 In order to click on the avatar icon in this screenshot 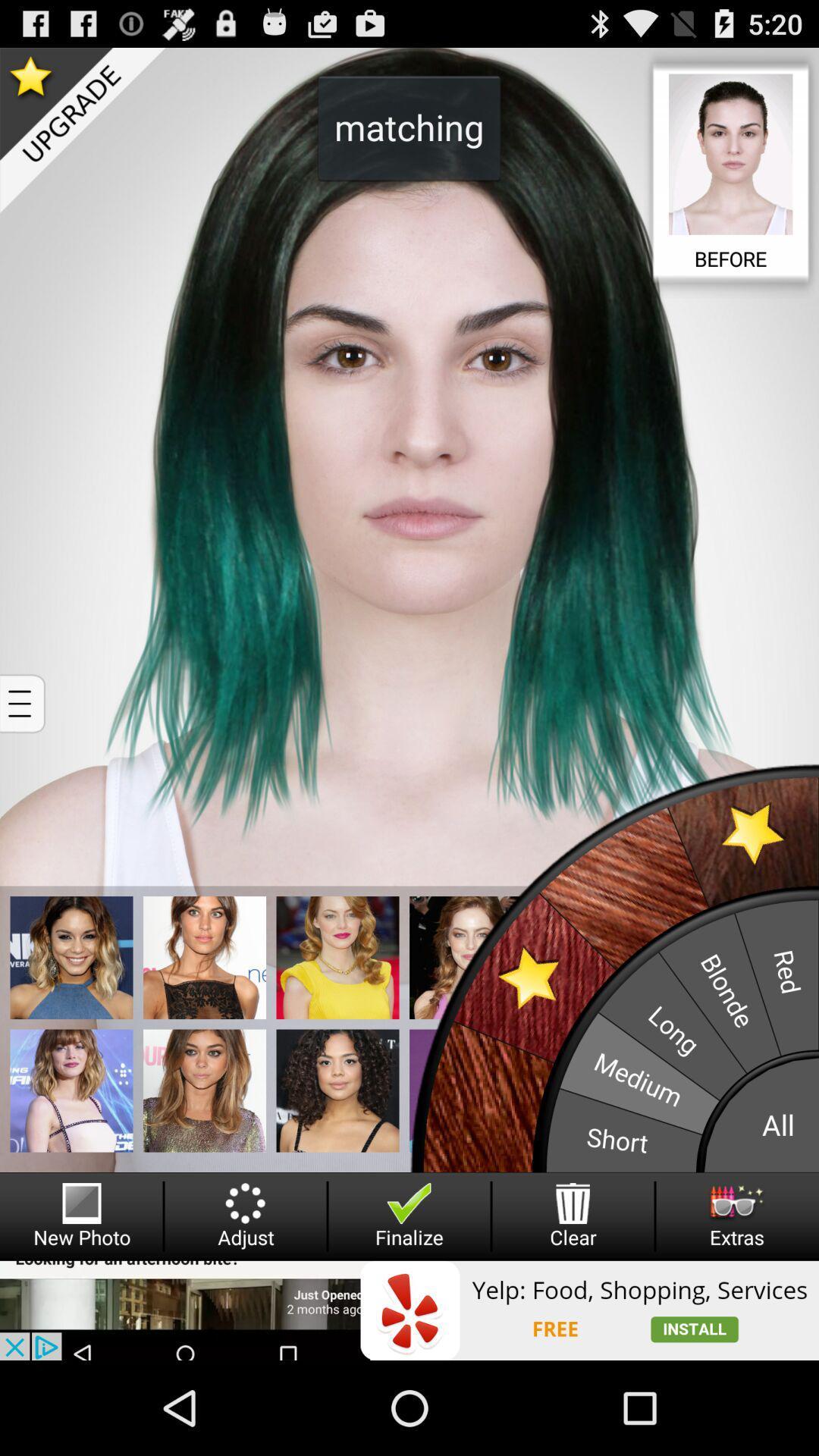, I will do `click(71, 1025)`.